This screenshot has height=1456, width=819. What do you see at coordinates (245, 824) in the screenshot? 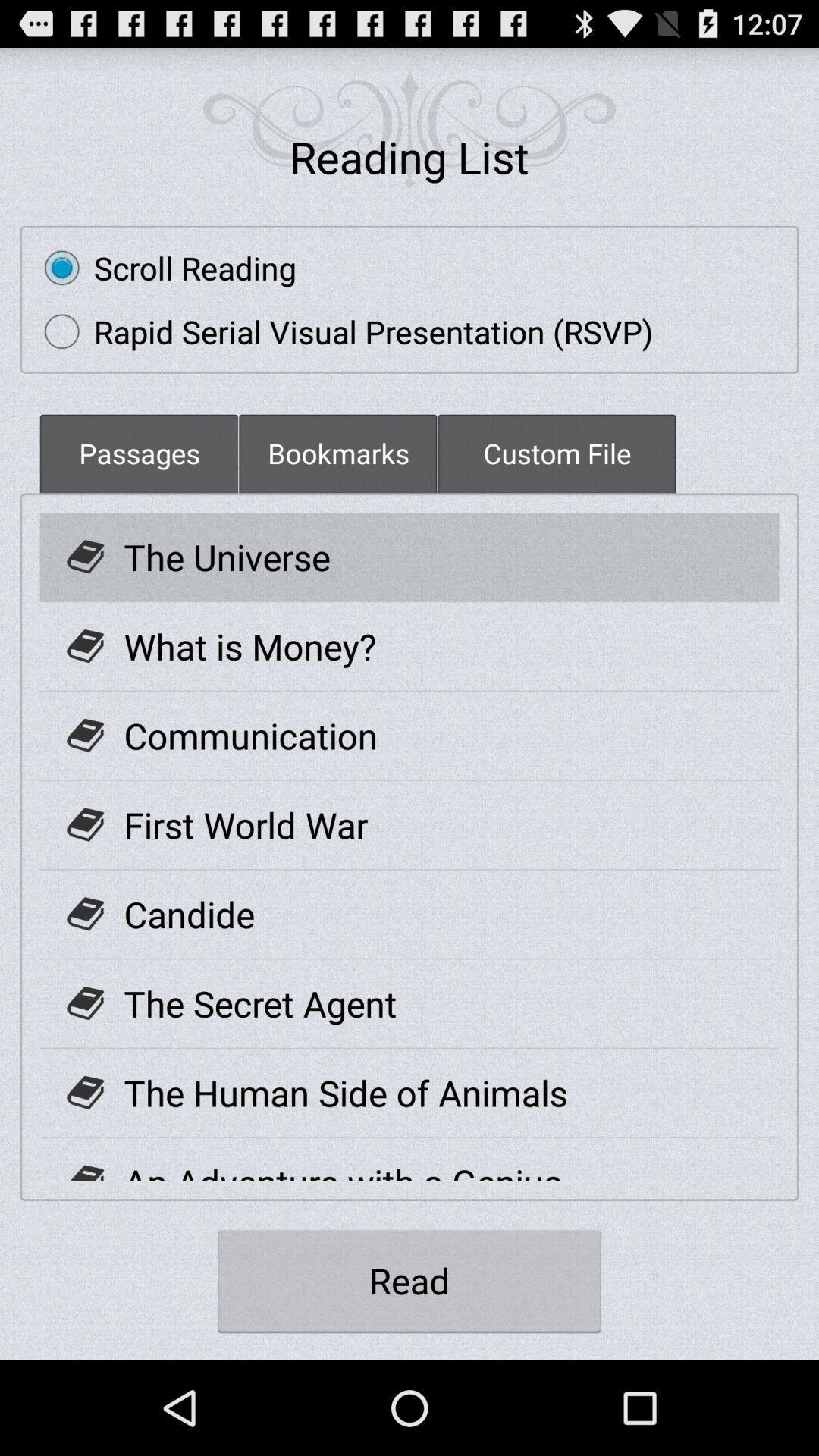
I see `the icon above the candide` at bounding box center [245, 824].